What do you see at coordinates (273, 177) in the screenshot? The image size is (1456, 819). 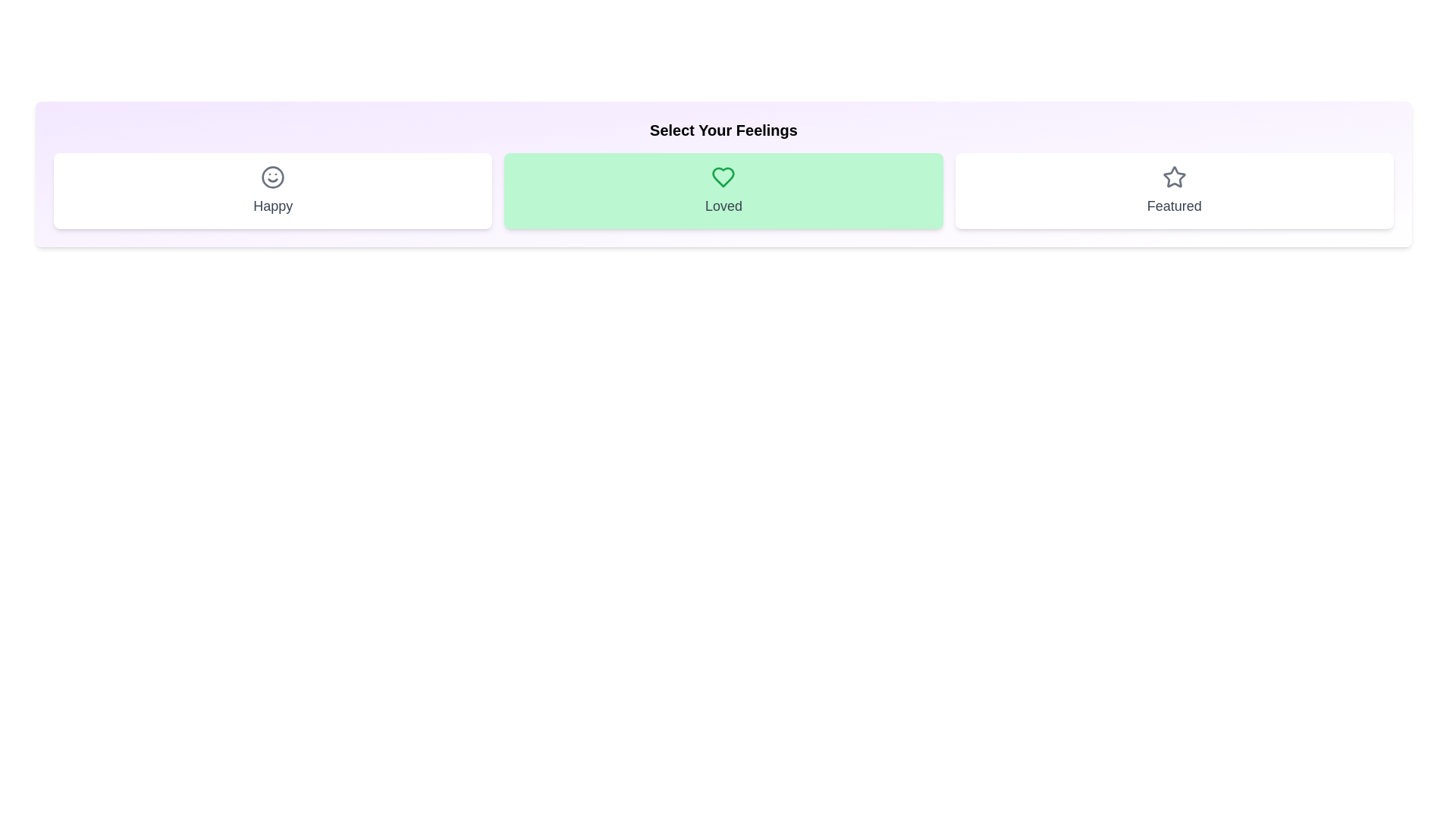 I see `the icon of the Happy chip` at bounding box center [273, 177].